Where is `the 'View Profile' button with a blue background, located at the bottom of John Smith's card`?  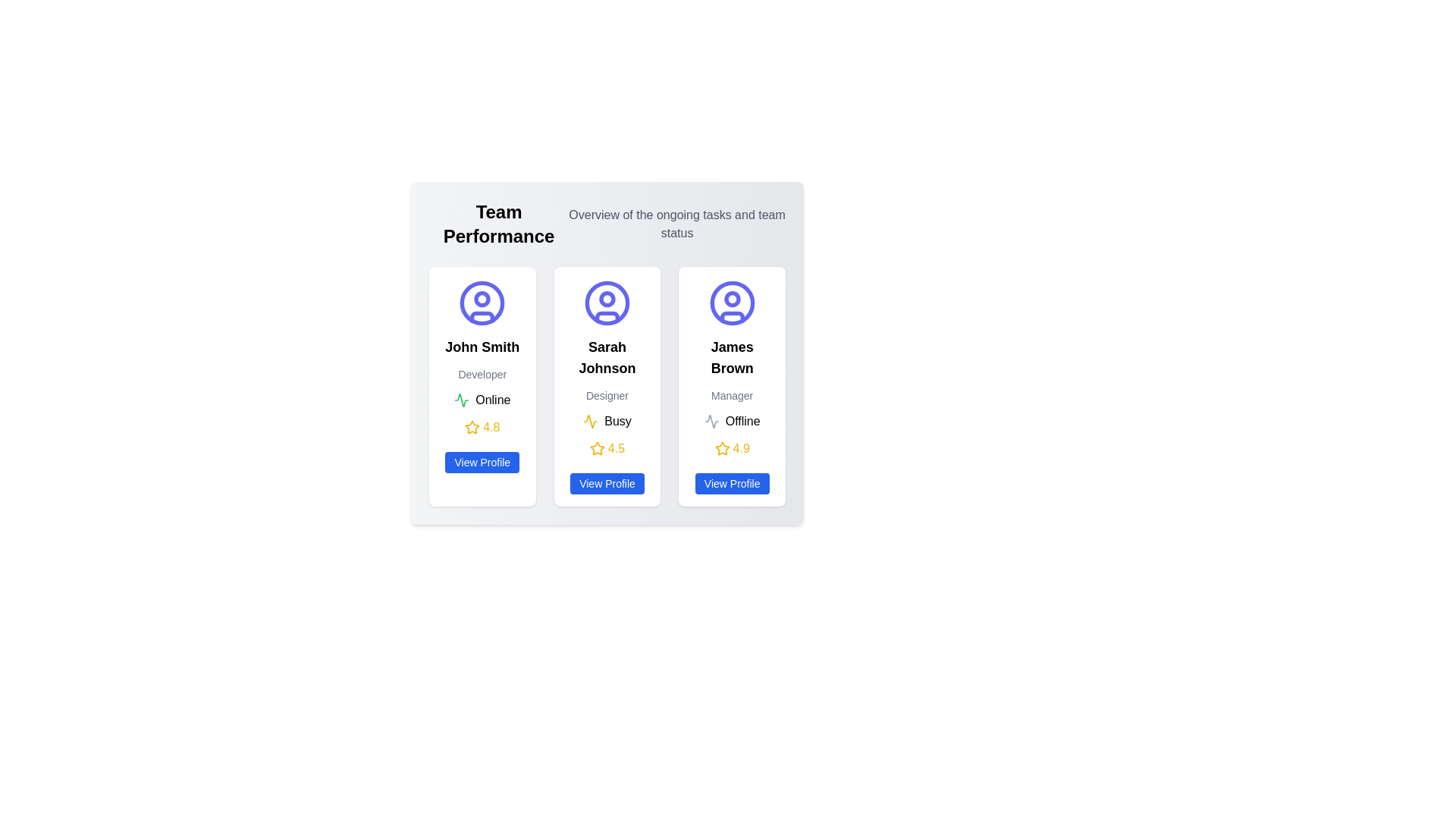
the 'View Profile' button with a blue background, located at the bottom of John Smith's card is located at coordinates (482, 461).